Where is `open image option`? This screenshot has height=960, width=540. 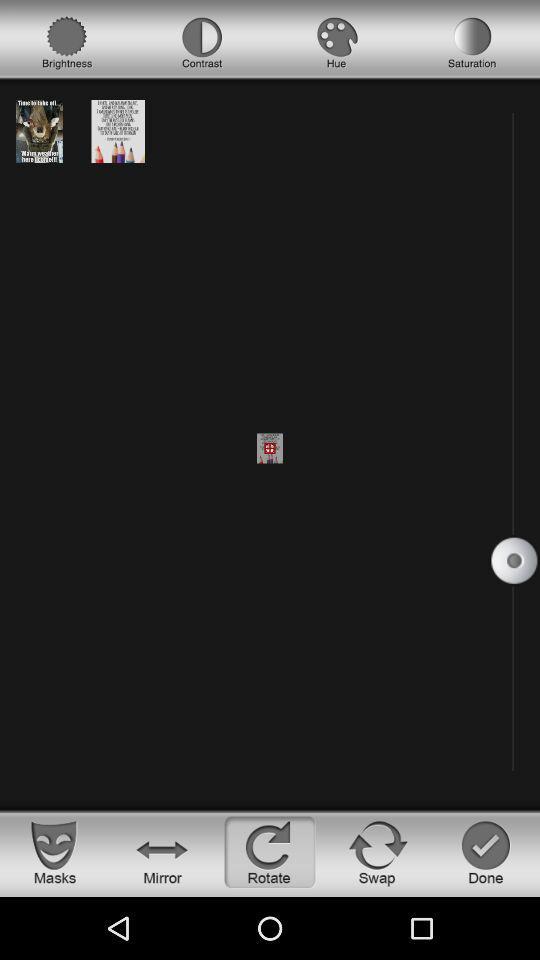 open image option is located at coordinates (39, 130).